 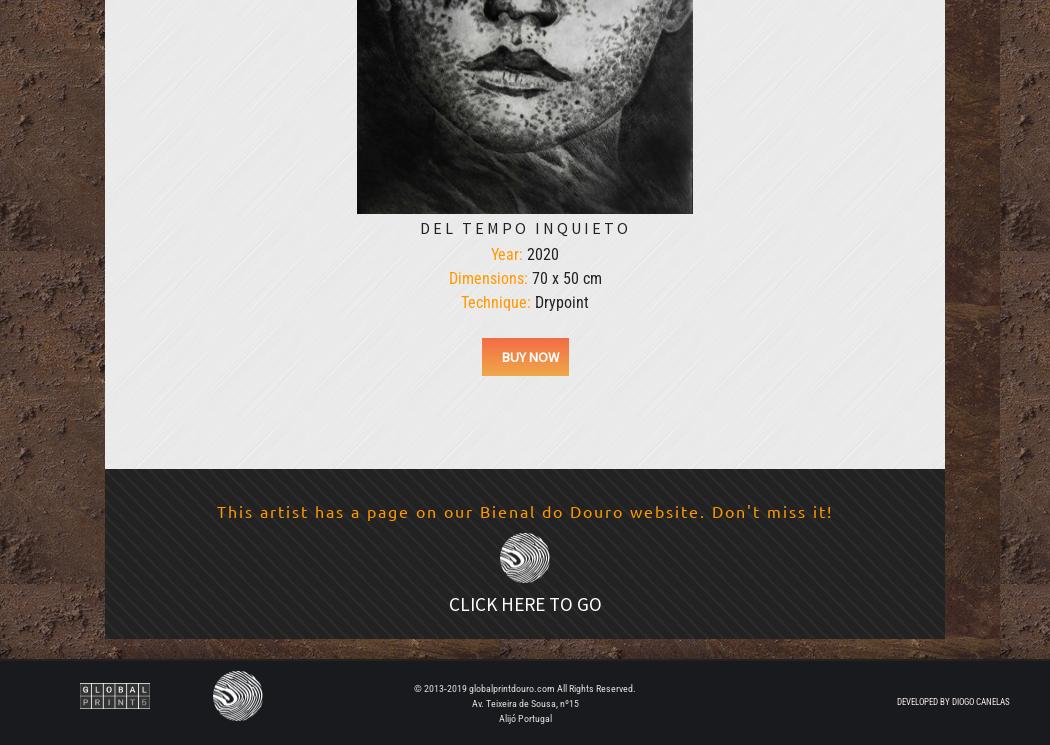 I want to click on 'Click here to go', so click(x=523, y=602).